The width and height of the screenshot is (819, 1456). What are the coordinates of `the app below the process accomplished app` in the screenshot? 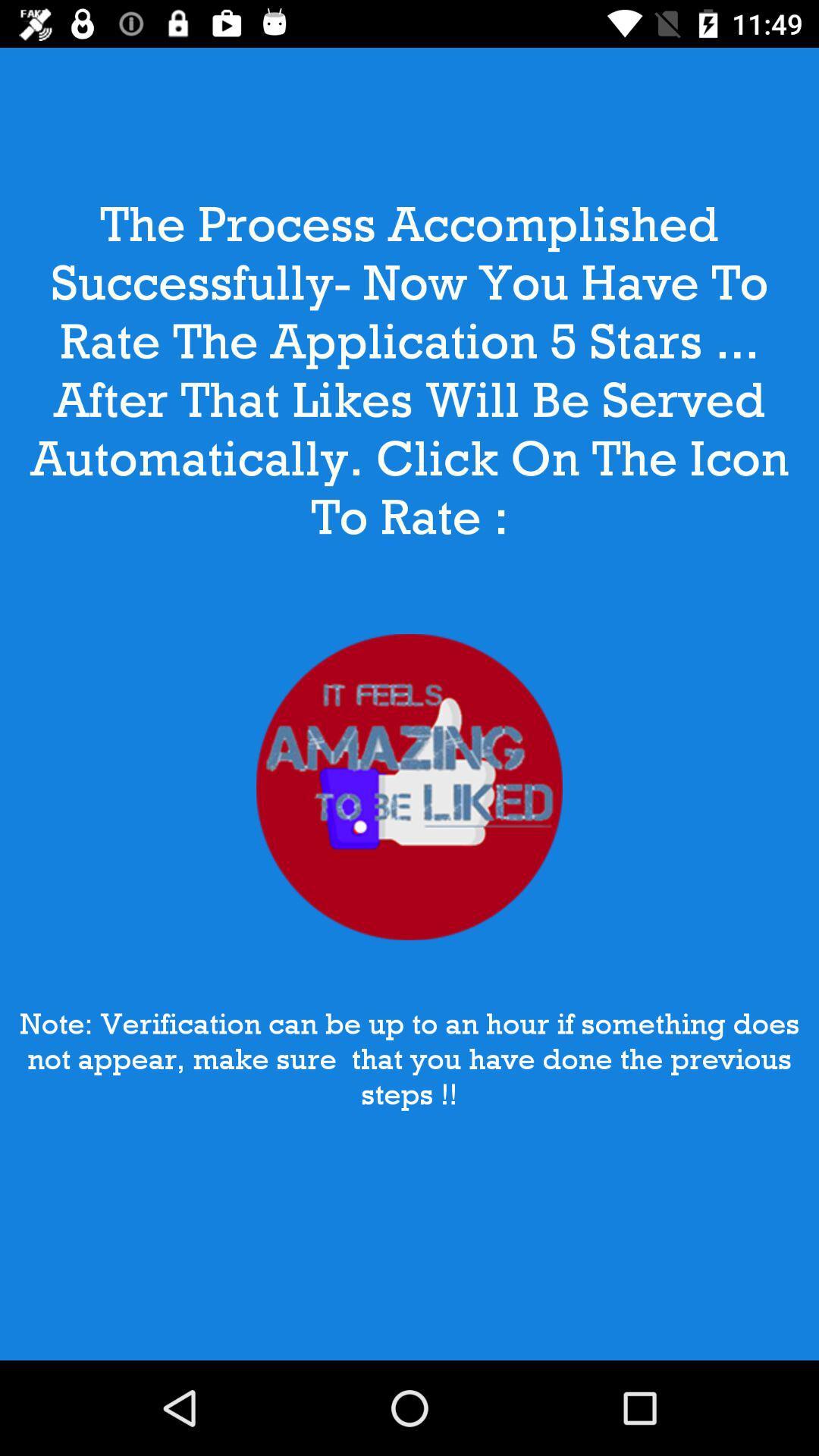 It's located at (409, 787).